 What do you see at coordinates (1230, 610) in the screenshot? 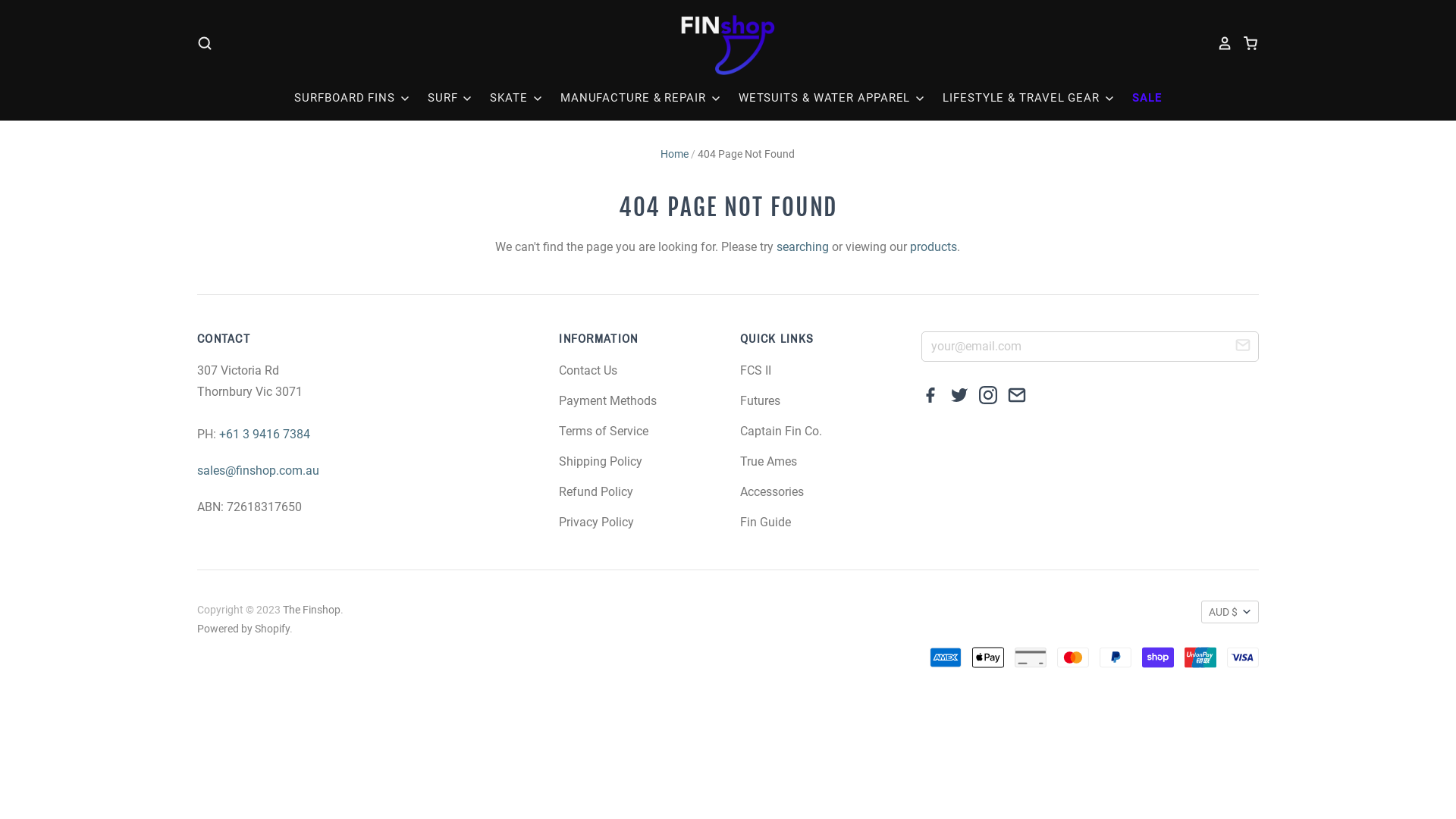
I see `'AUD $'` at bounding box center [1230, 610].